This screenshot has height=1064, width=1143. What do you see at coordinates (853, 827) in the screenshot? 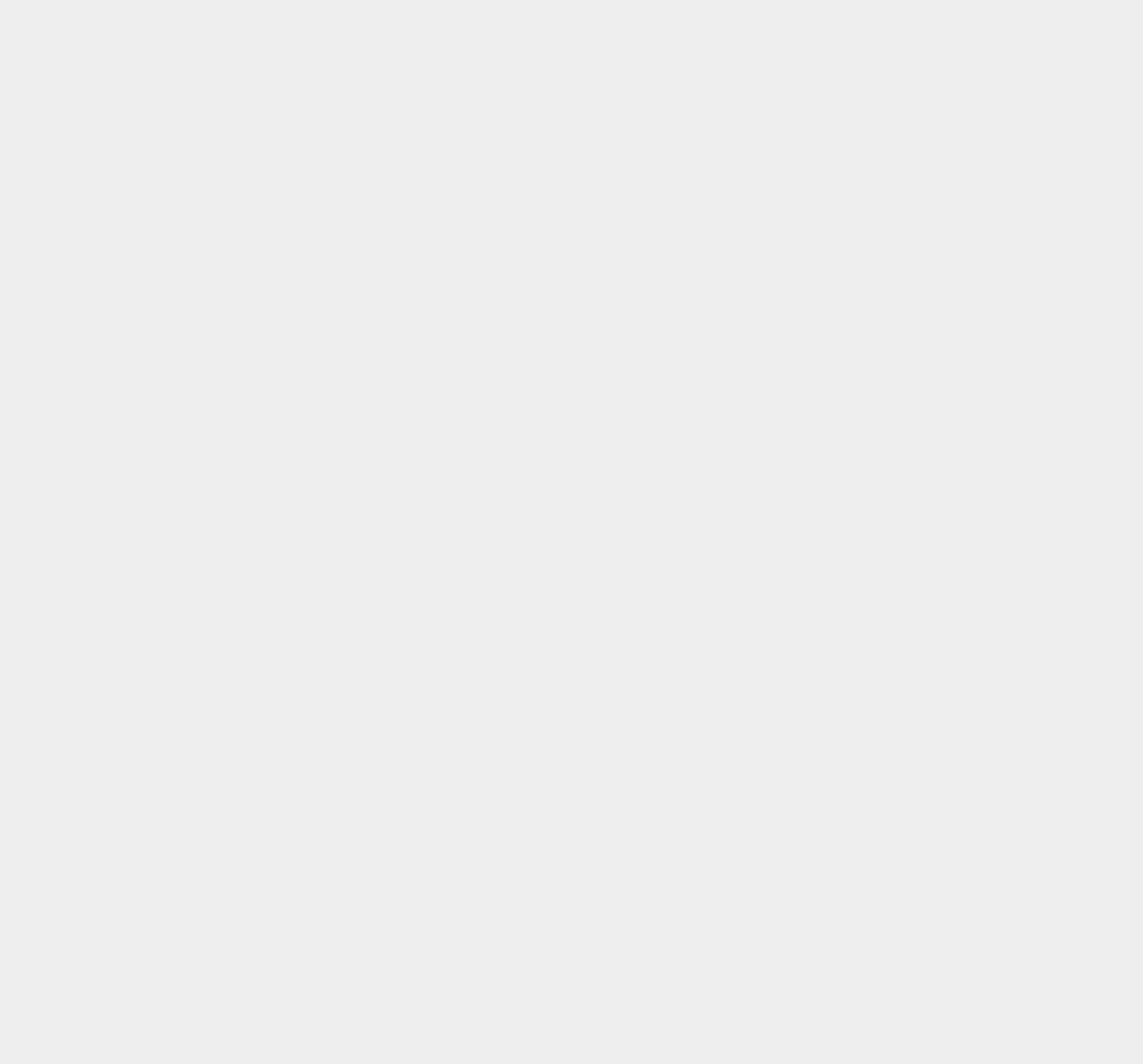
I see `'Windows Vista'` at bounding box center [853, 827].